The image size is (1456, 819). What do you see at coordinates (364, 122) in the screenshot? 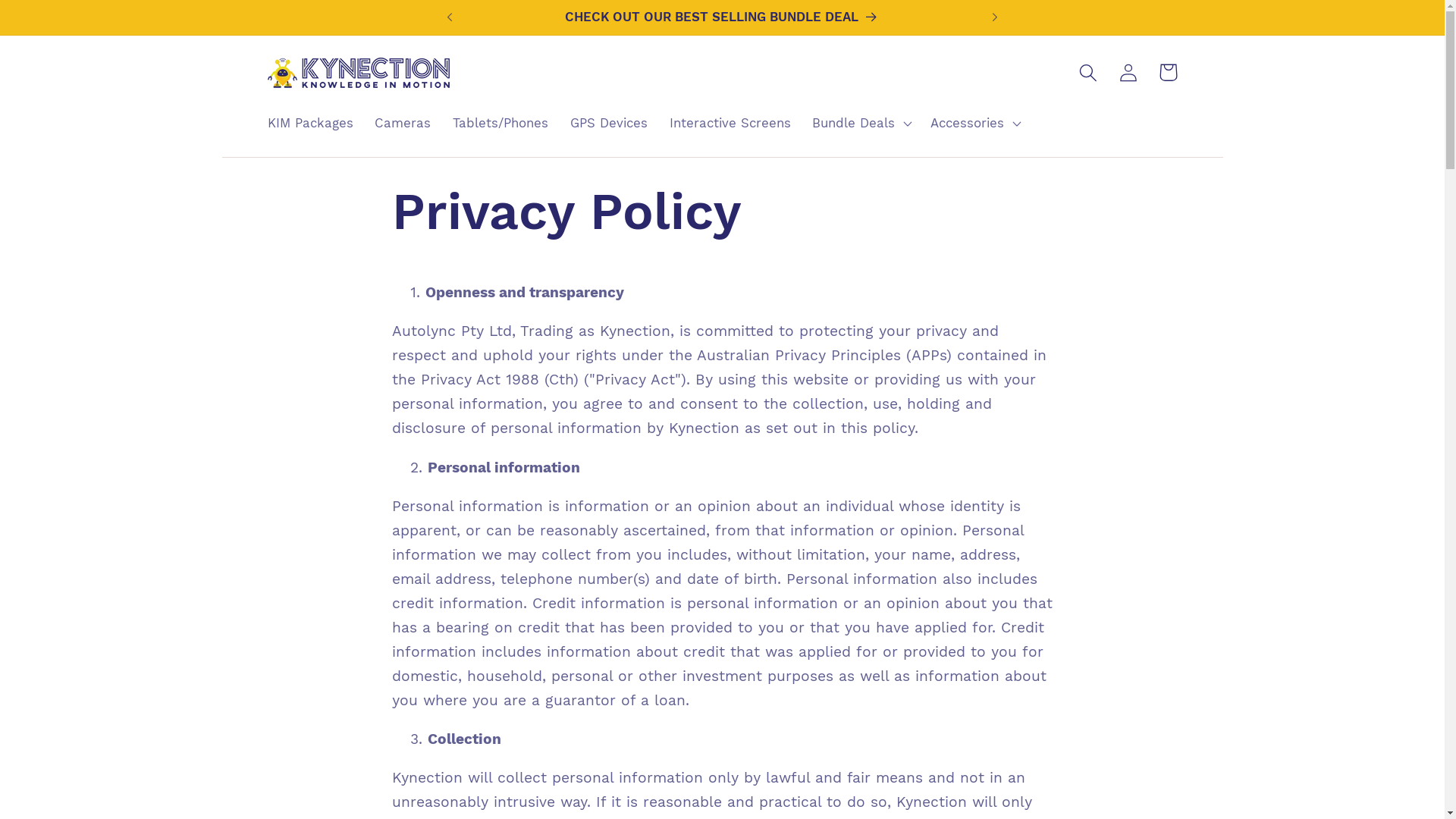
I see `'Cameras'` at bounding box center [364, 122].